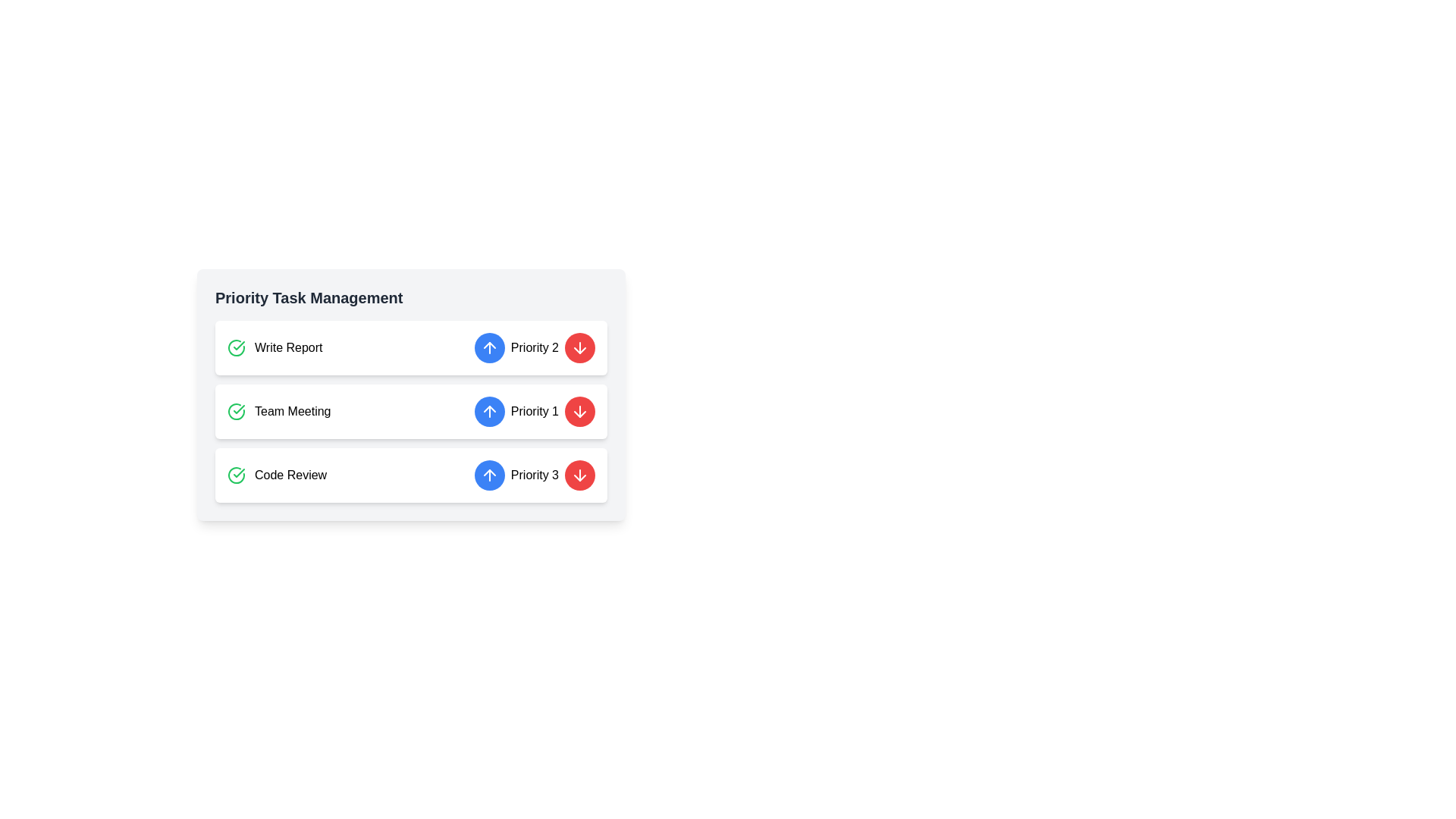 This screenshot has width=1456, height=819. Describe the element at coordinates (579, 412) in the screenshot. I see `the button with an arrow graphic used for decreasing priority level, located to the right of 'Priority 1' in the 'Team Meeting' row of the 'Priority Task Management' component` at that location.